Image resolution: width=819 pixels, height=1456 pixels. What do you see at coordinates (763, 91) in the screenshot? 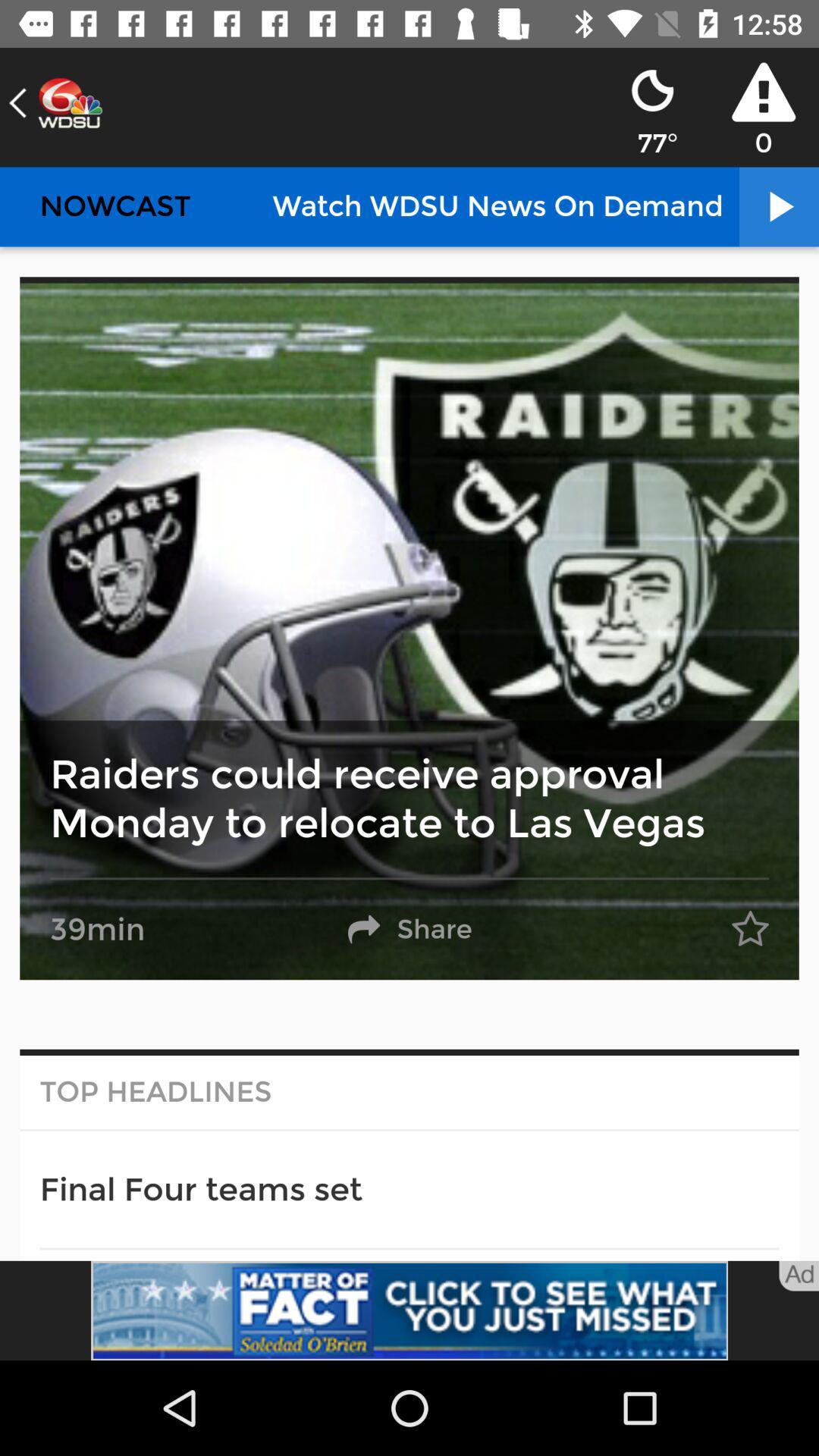
I see `the icon above 0` at bounding box center [763, 91].